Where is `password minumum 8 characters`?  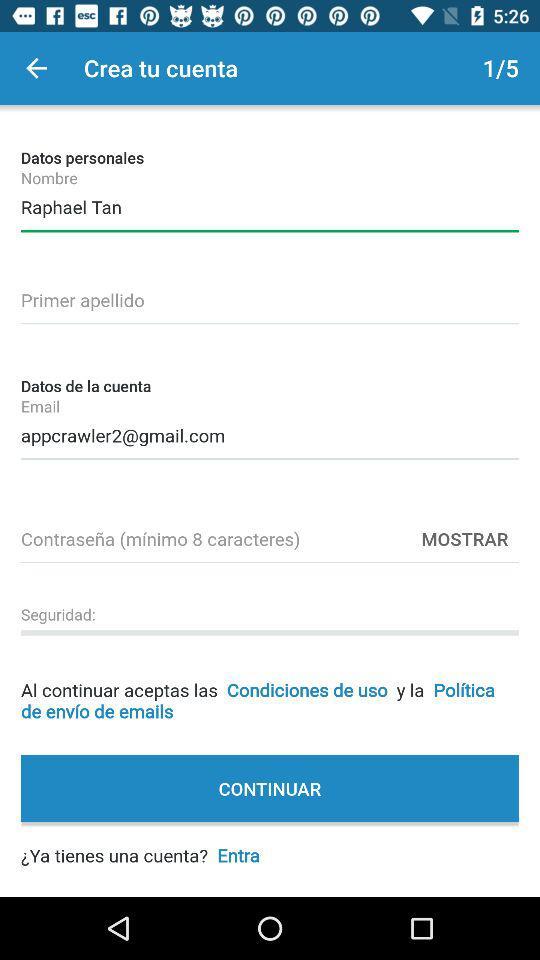 password minumum 8 characters is located at coordinates (270, 535).